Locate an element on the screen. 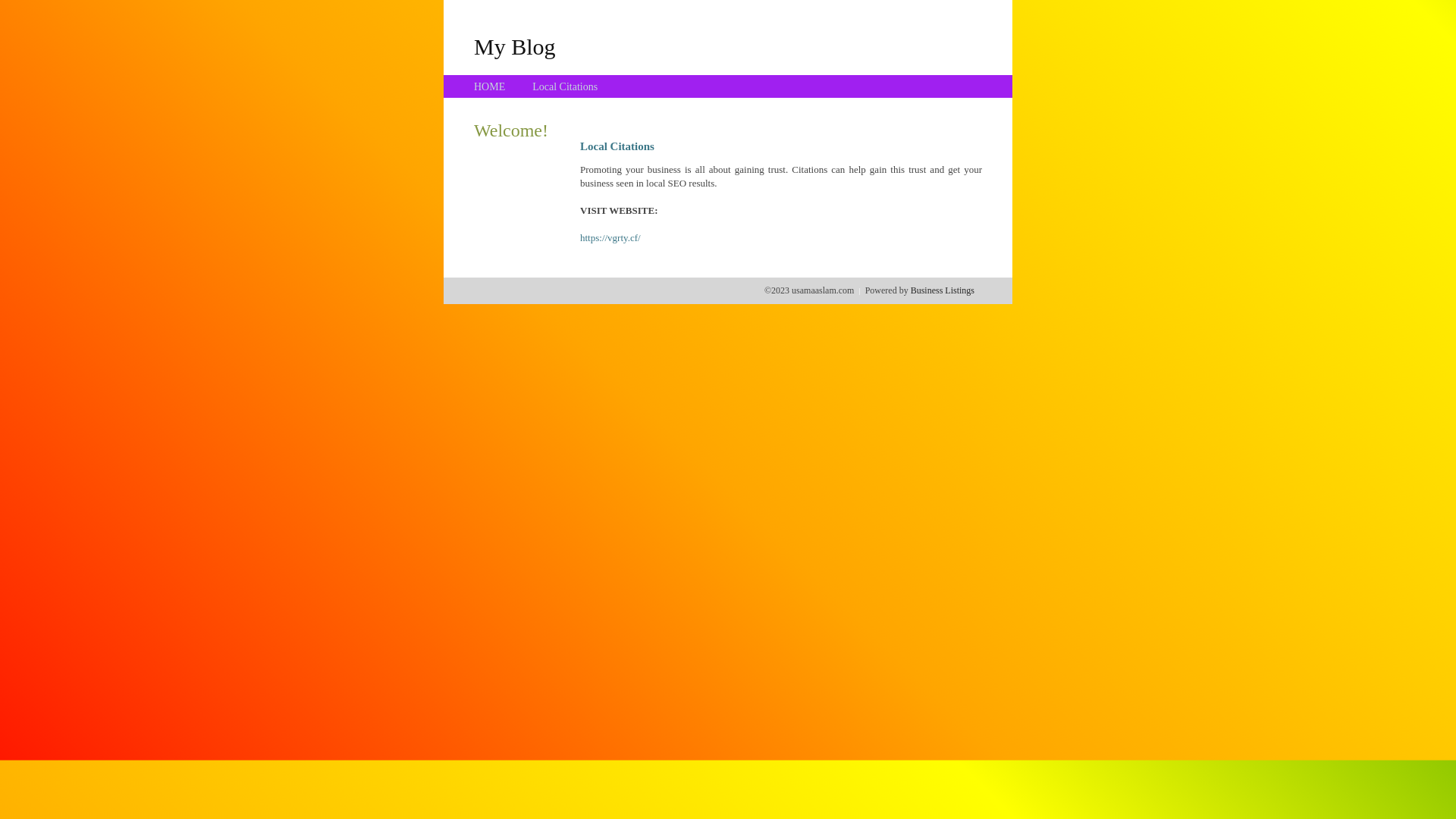 This screenshot has width=1456, height=819. 'HOME' is located at coordinates (489, 86).